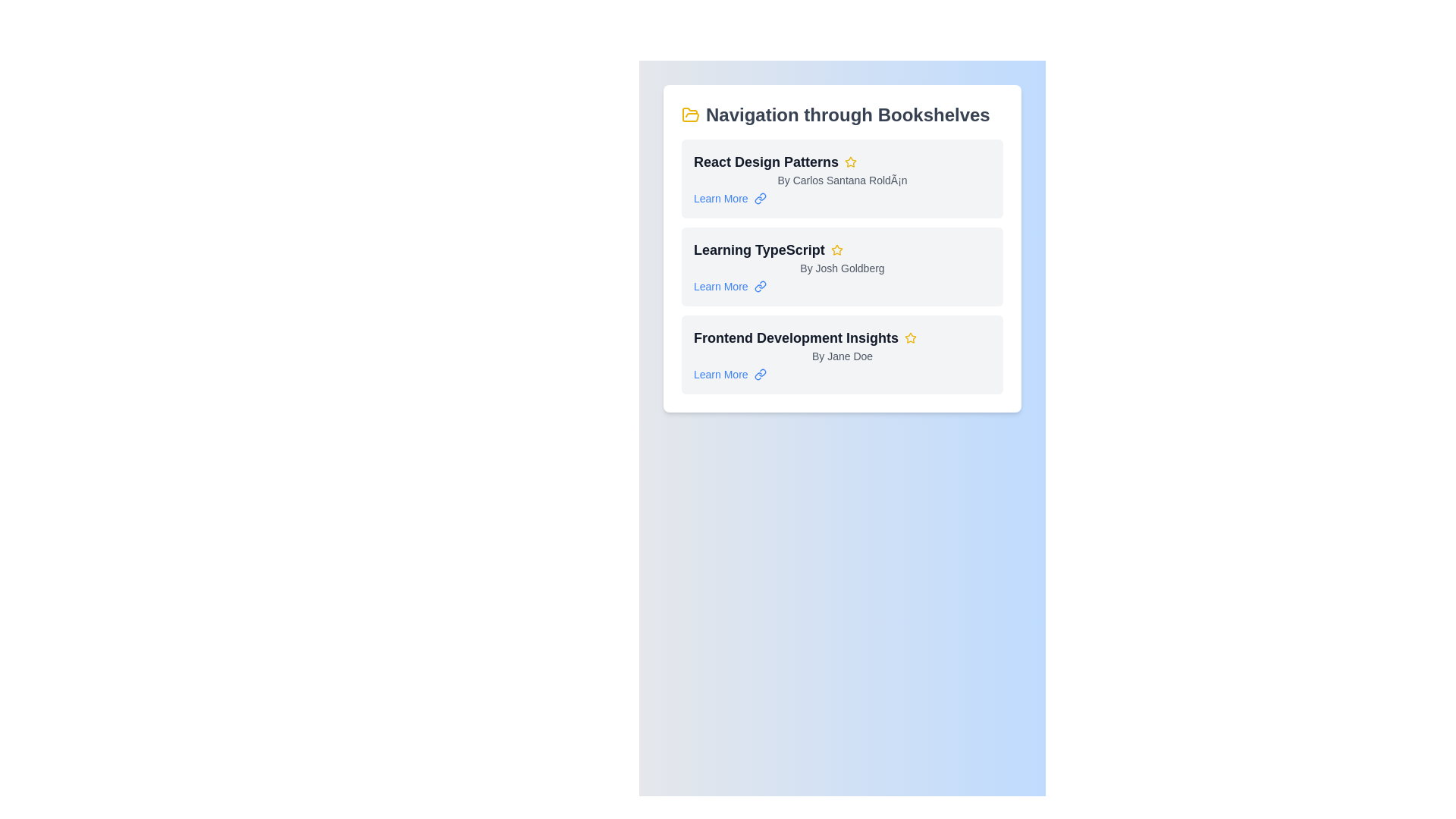 The image size is (1456, 819). I want to click on the text label displaying the author's name 'Josh Goldberg', located beneath the title 'Learning TypeScript' and above the 'Learn More' link, so click(841, 268).